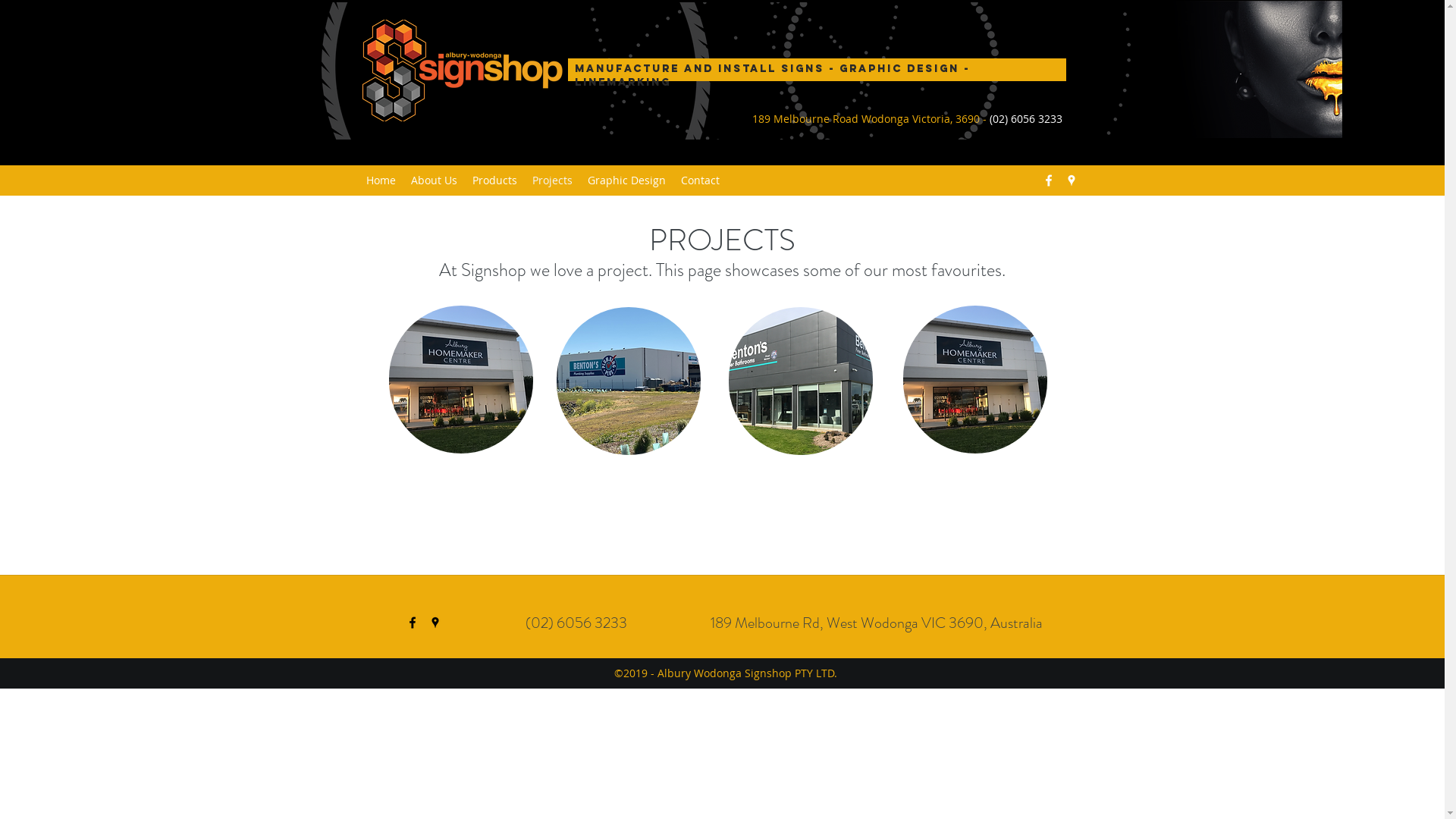 The width and height of the screenshot is (1456, 819). Describe the element at coordinates (551, 180) in the screenshot. I see `'Projects'` at that location.